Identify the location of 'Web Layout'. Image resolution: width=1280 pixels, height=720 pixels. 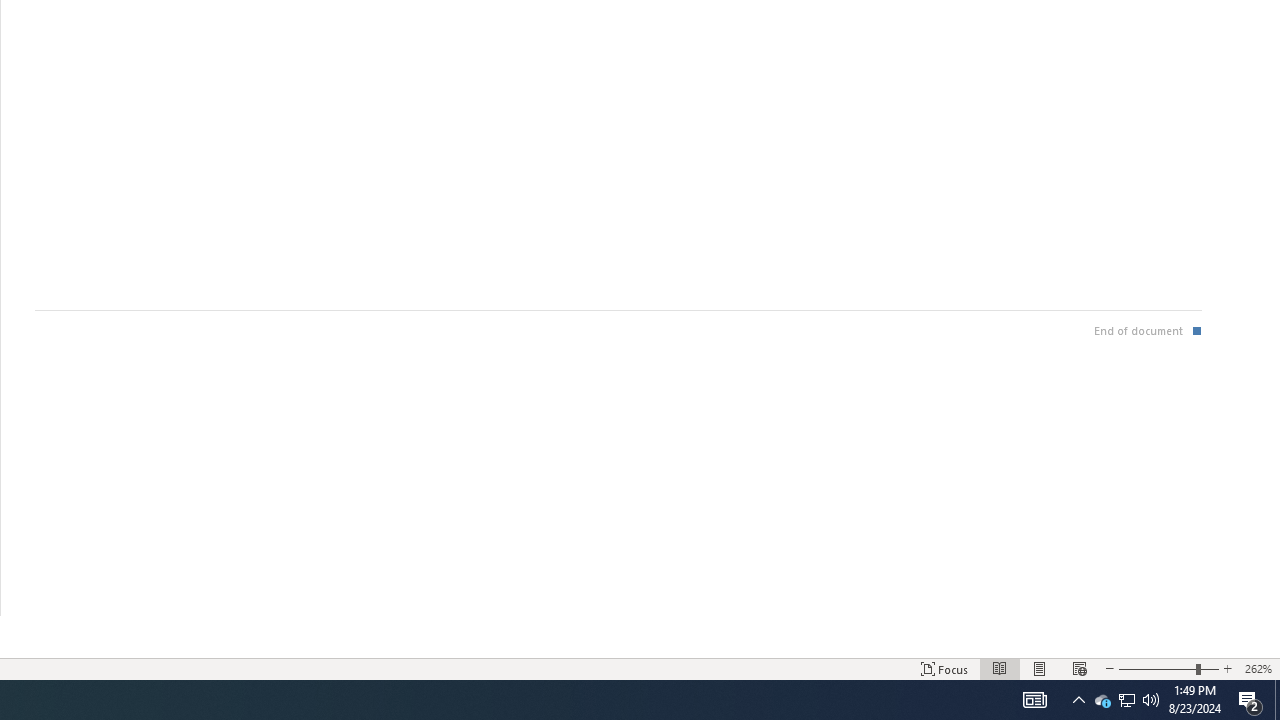
(1078, 669).